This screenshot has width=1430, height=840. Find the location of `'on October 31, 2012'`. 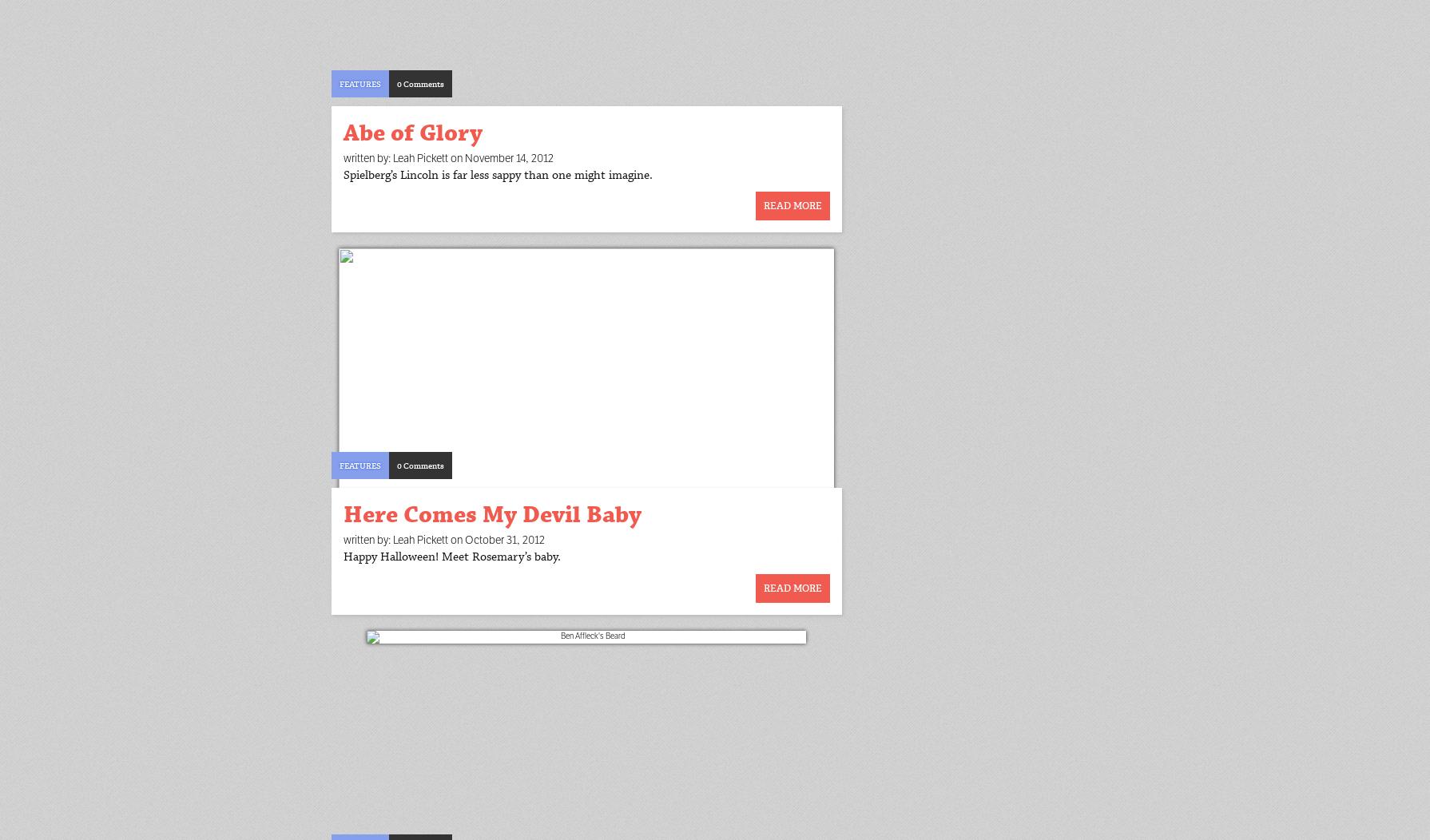

'on October 31, 2012' is located at coordinates (496, 539).